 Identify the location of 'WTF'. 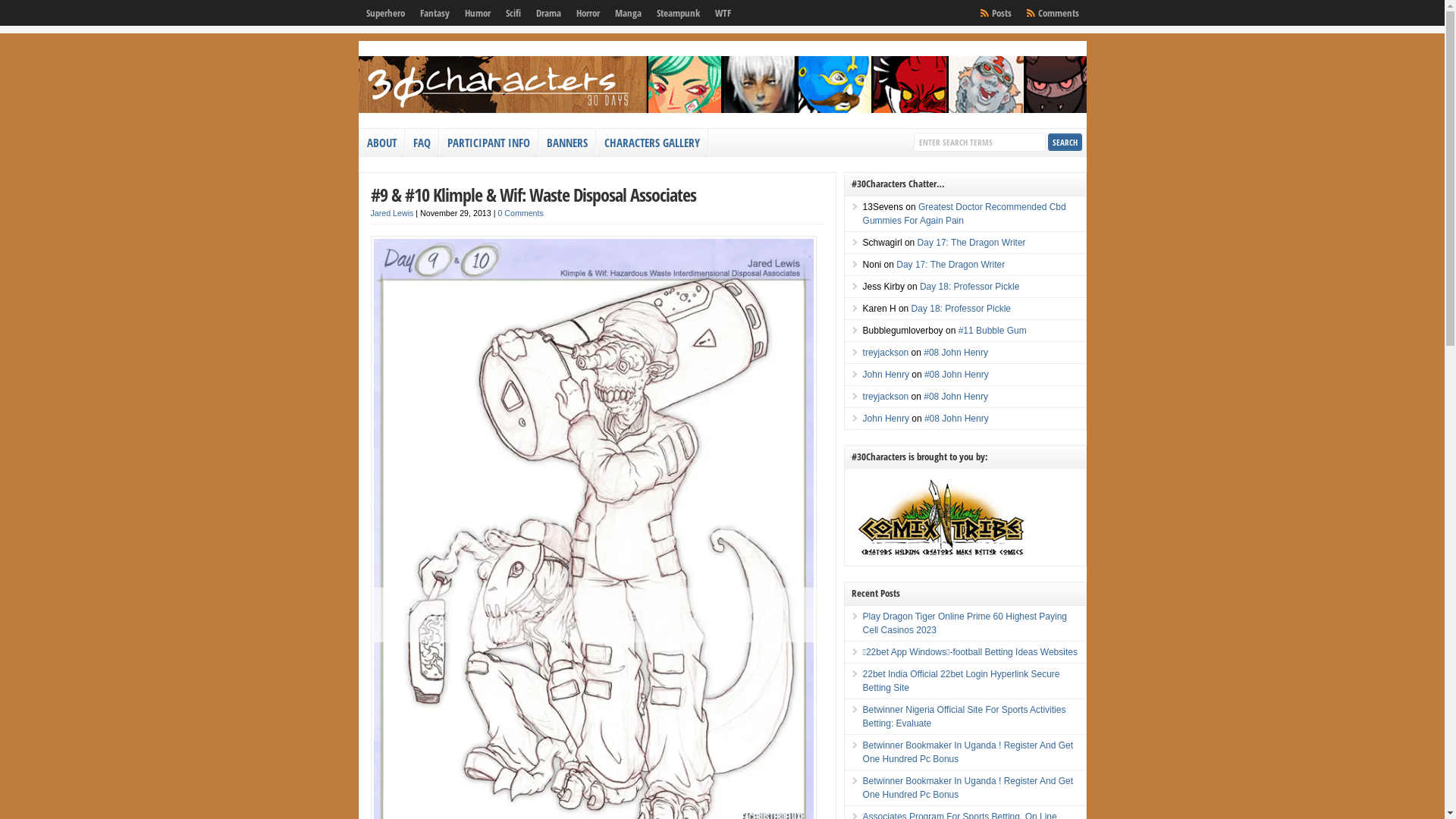
(705, 12).